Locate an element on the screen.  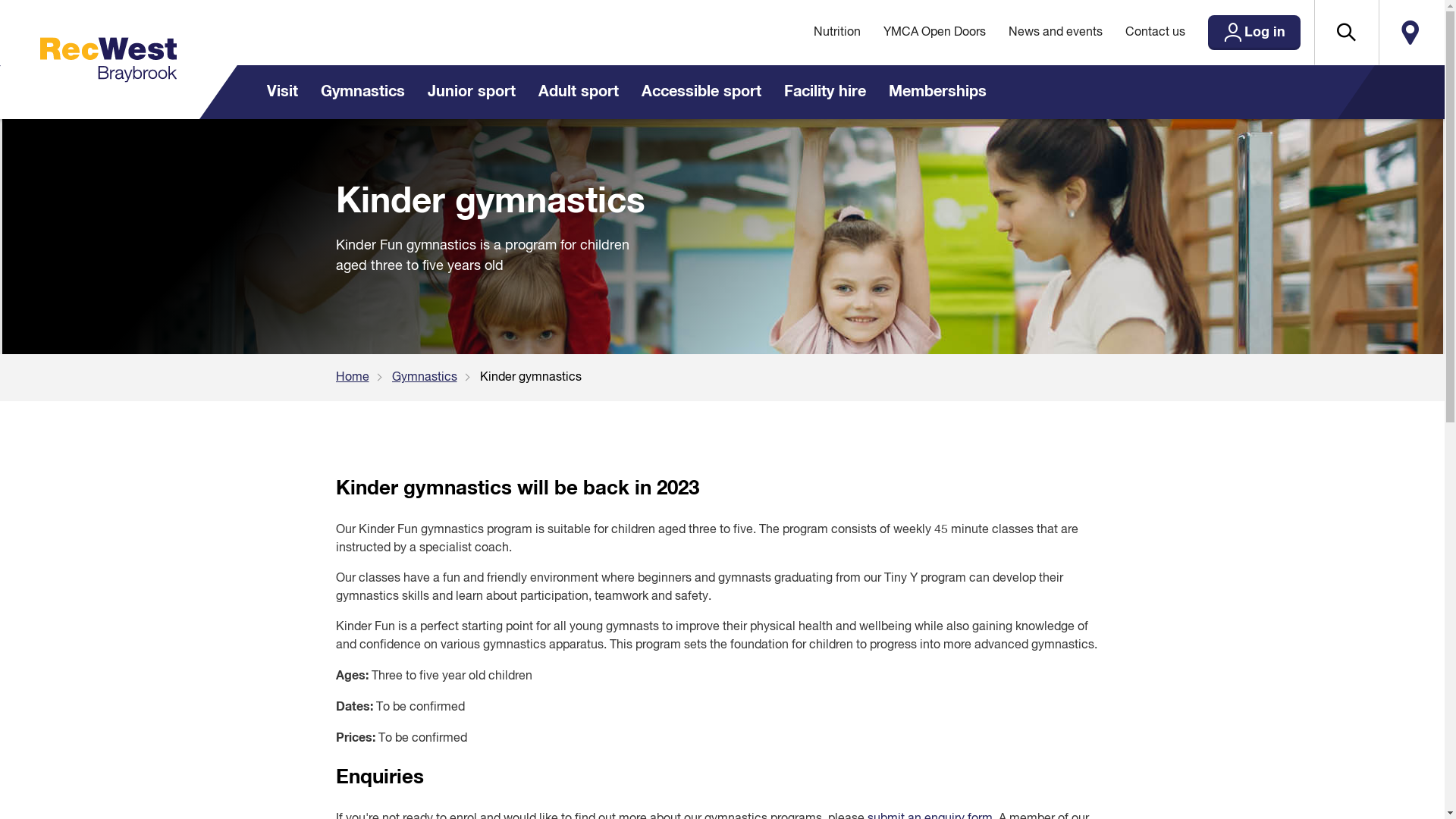
'Facility hire' is located at coordinates (823, 92).